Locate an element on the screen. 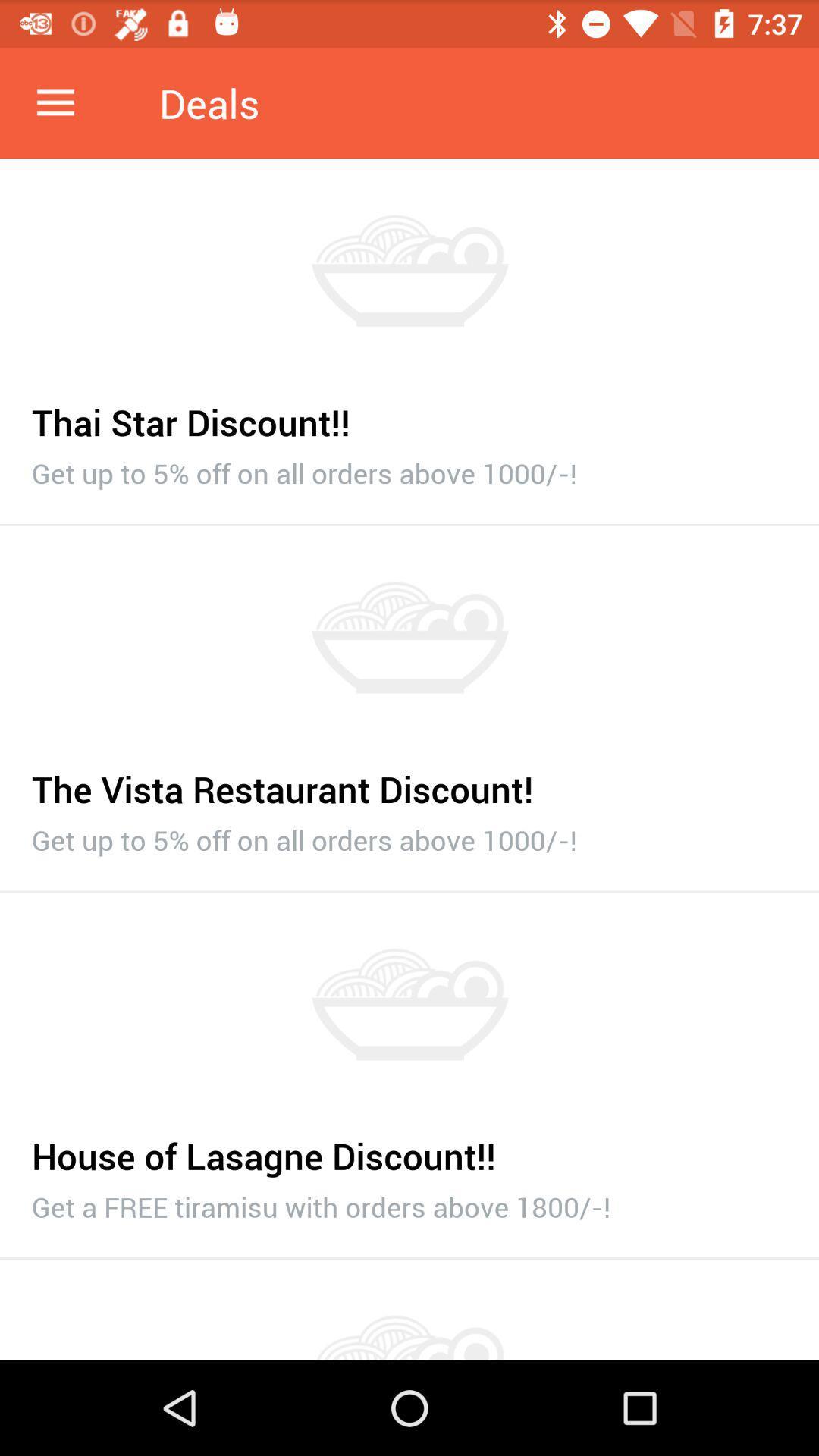 This screenshot has width=819, height=1456. the item below get up to is located at coordinates (409, 892).